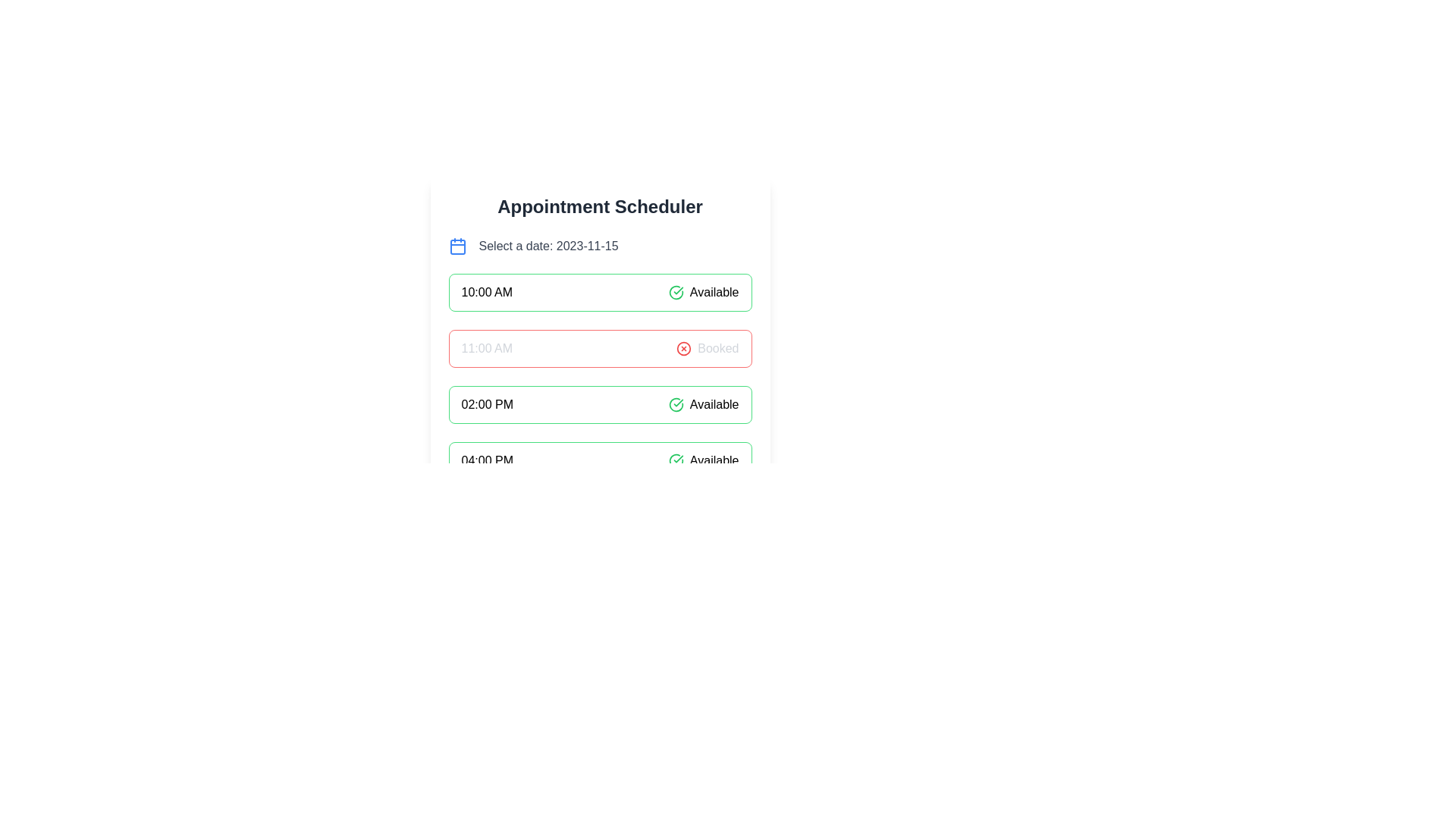  What do you see at coordinates (599, 336) in the screenshot?
I see `the time slot marked '11:00 AM Booked' in the scheduling interface` at bounding box center [599, 336].